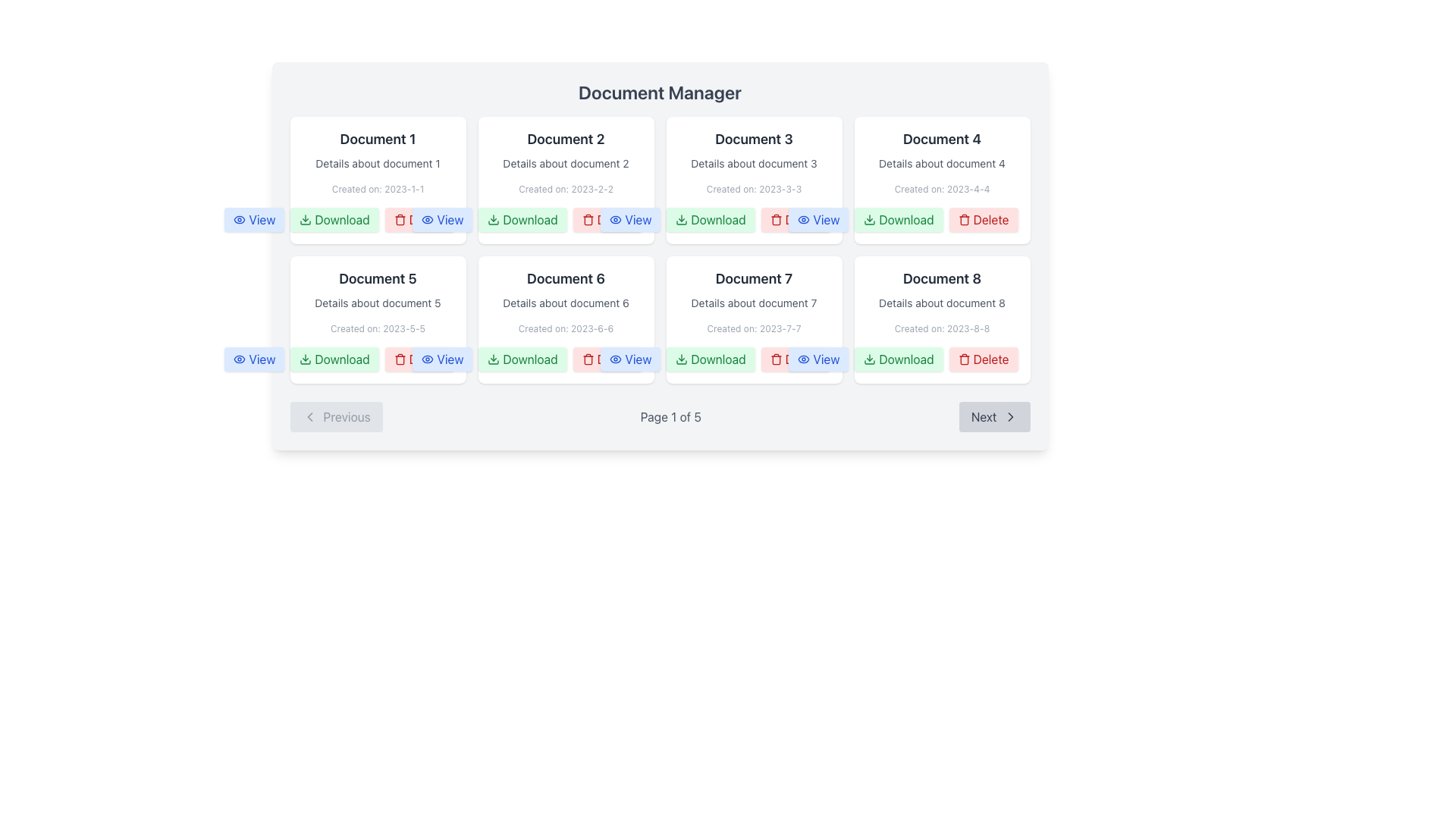  I want to click on the text label displaying the creation date 'Created on: 2023-8-8', which is styled with a gray, small font and positioned below 'Details about document 8' in the card labeled 'Document 8', so click(941, 328).